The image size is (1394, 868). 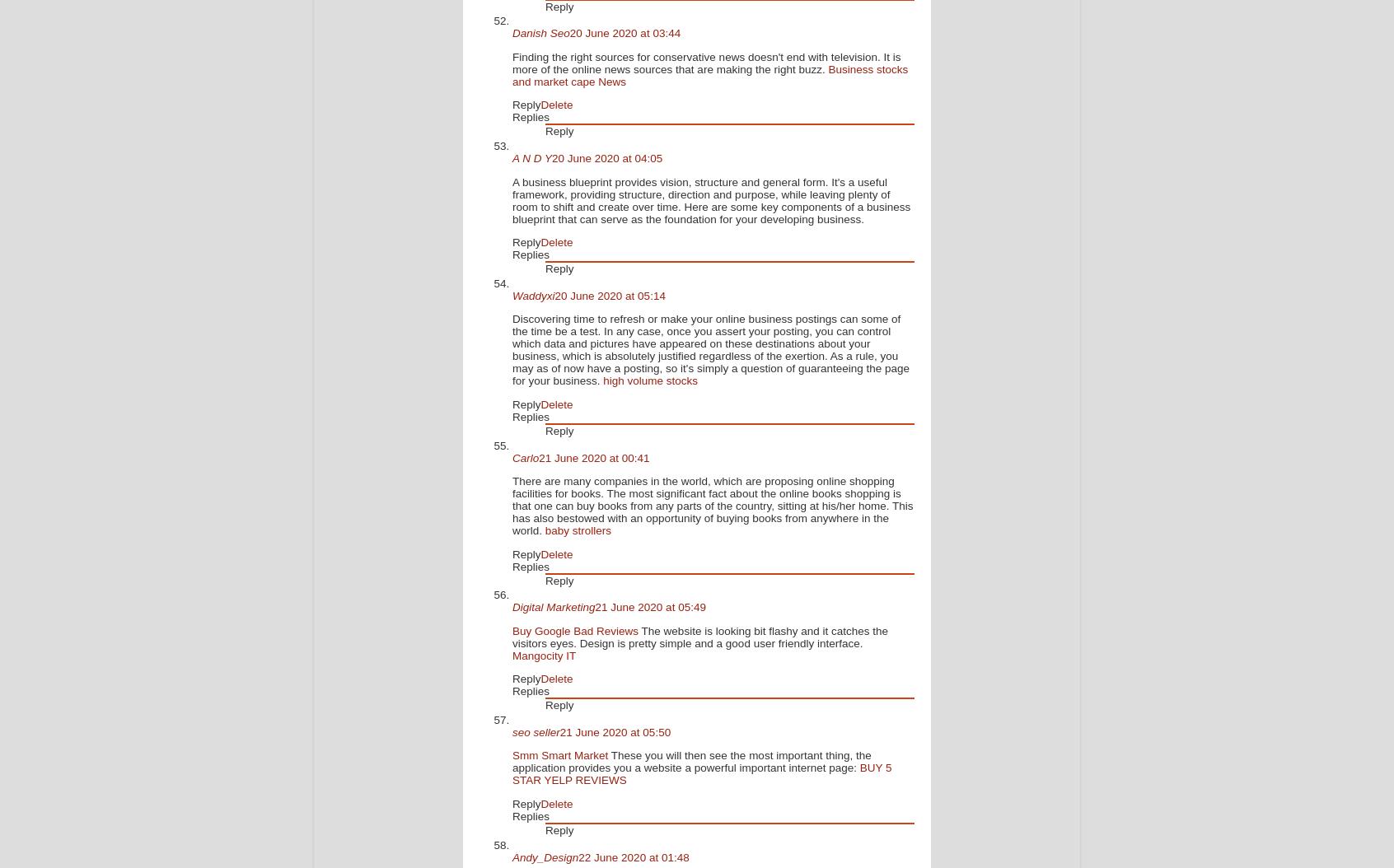 What do you see at coordinates (711, 505) in the screenshot?
I see `'There are many companies in the world, which are proposing online shopping facilities for books. The most significant fact about the online books shopping is that one can buy books from any parts of the country, sitting at his/her home. This has also bestowed with an opportunity of buying books from anywhere in the world.'` at bounding box center [711, 505].